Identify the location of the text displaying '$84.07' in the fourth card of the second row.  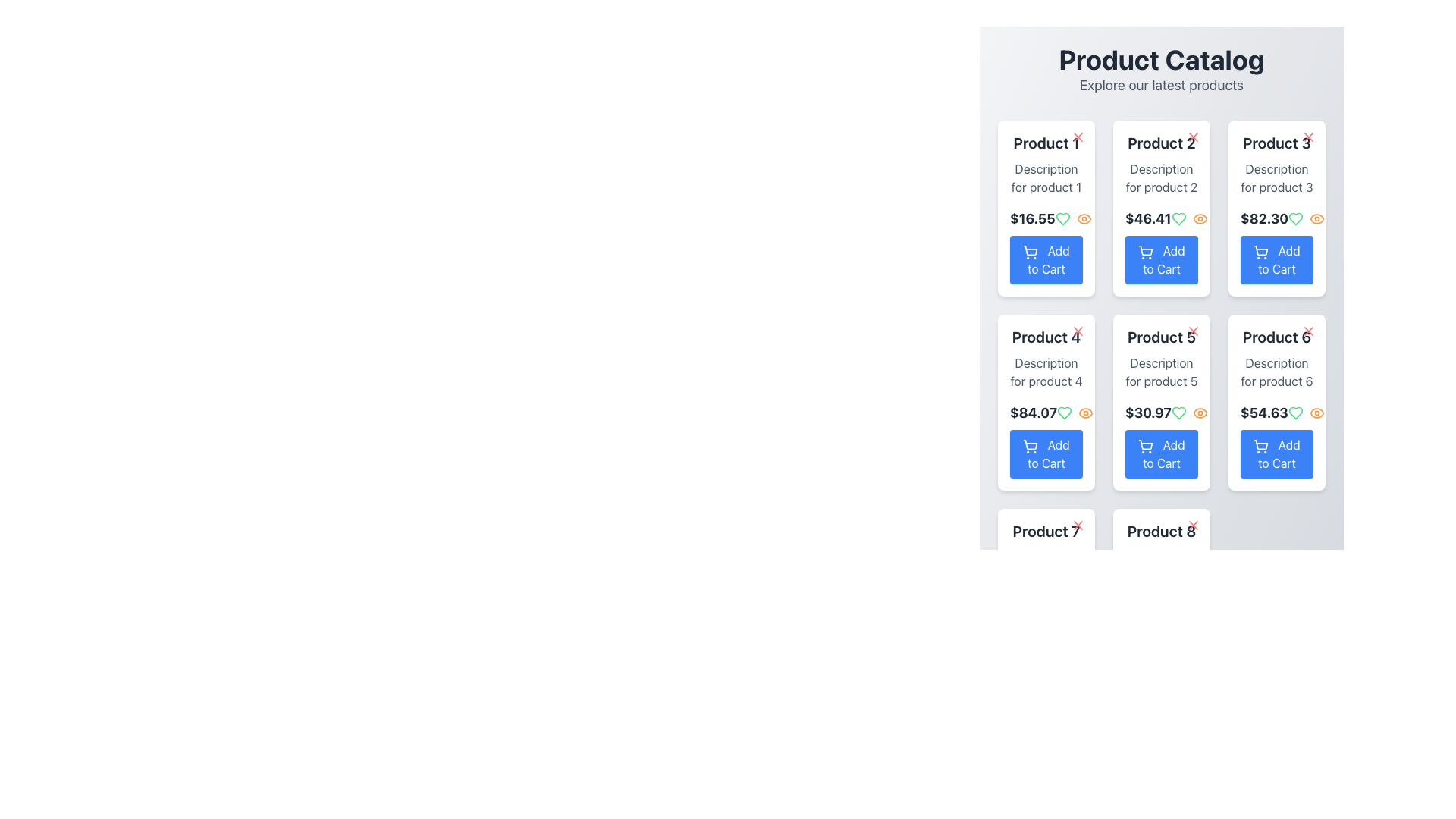
(1033, 413).